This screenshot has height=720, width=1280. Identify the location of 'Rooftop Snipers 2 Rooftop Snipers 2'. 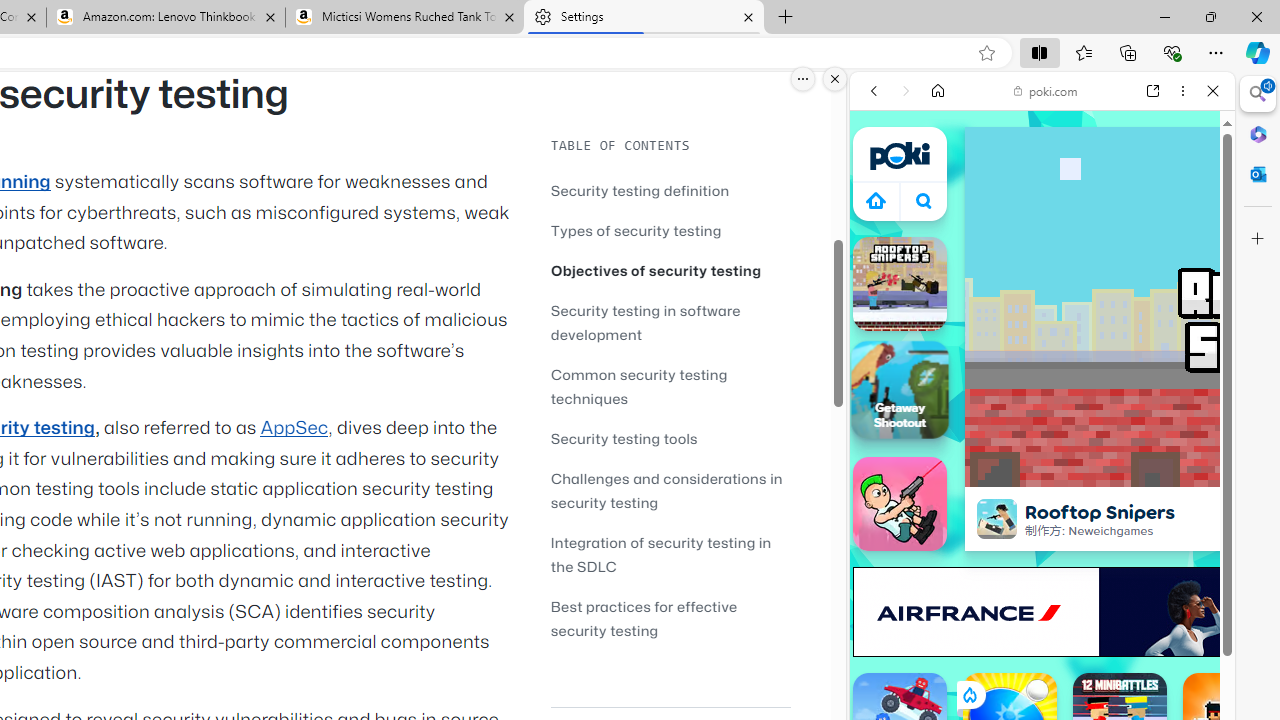
(898, 284).